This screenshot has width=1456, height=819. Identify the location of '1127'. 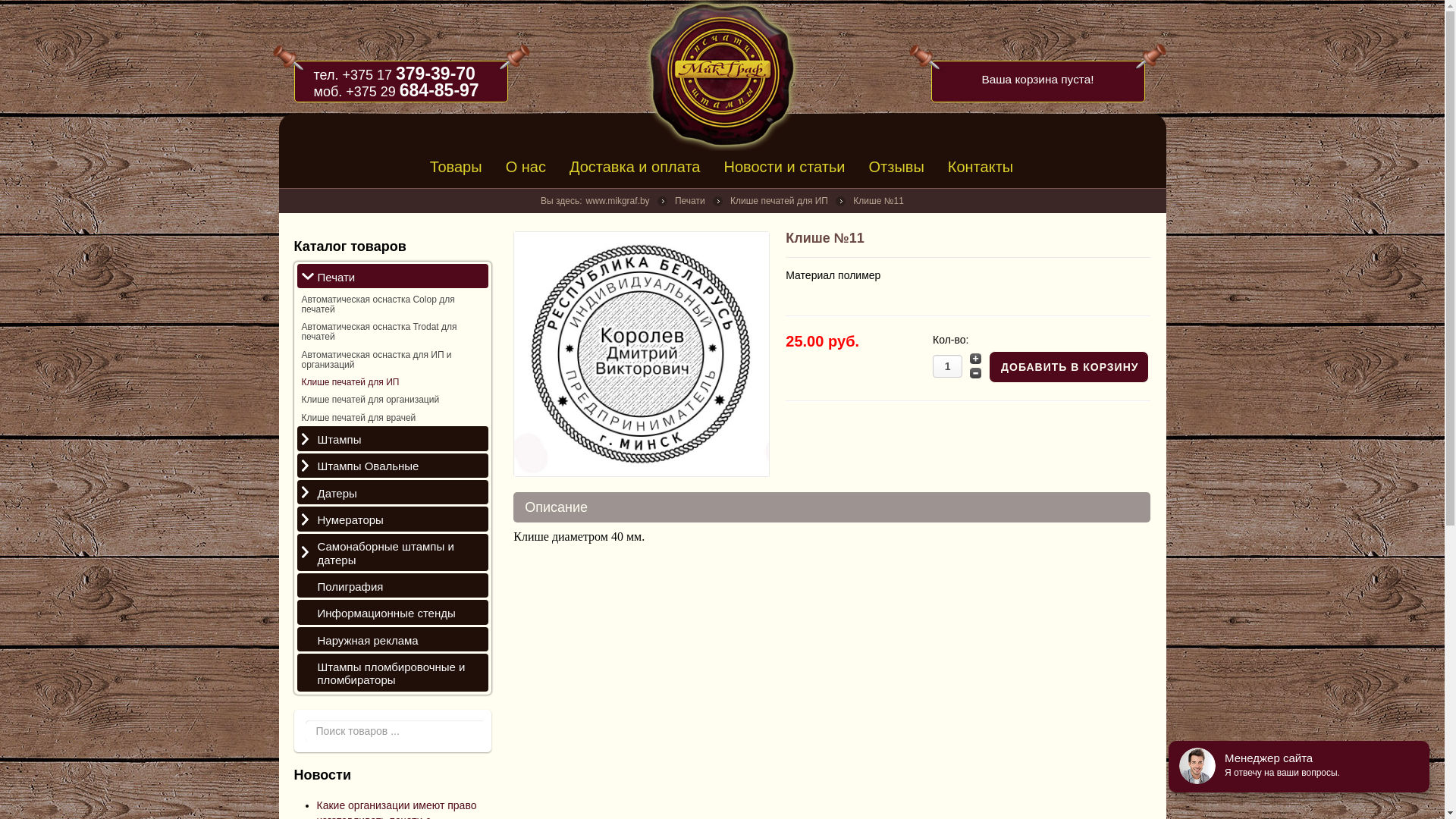
(641, 353).